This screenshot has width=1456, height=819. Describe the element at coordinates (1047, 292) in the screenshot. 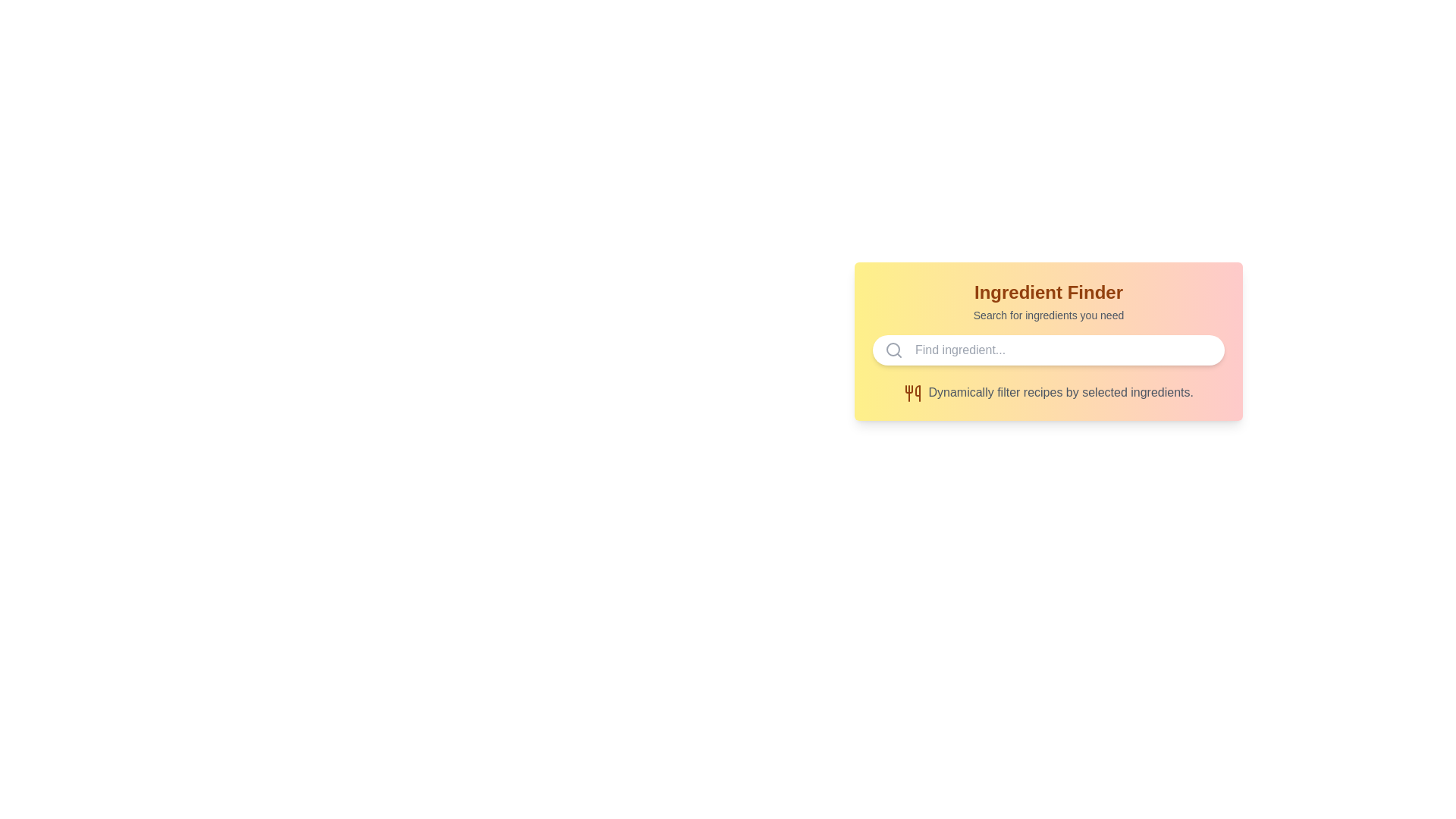

I see `the bold, large amber text label that reads 'Ingredient Finder', positioned at the top of the component in the UI` at that location.